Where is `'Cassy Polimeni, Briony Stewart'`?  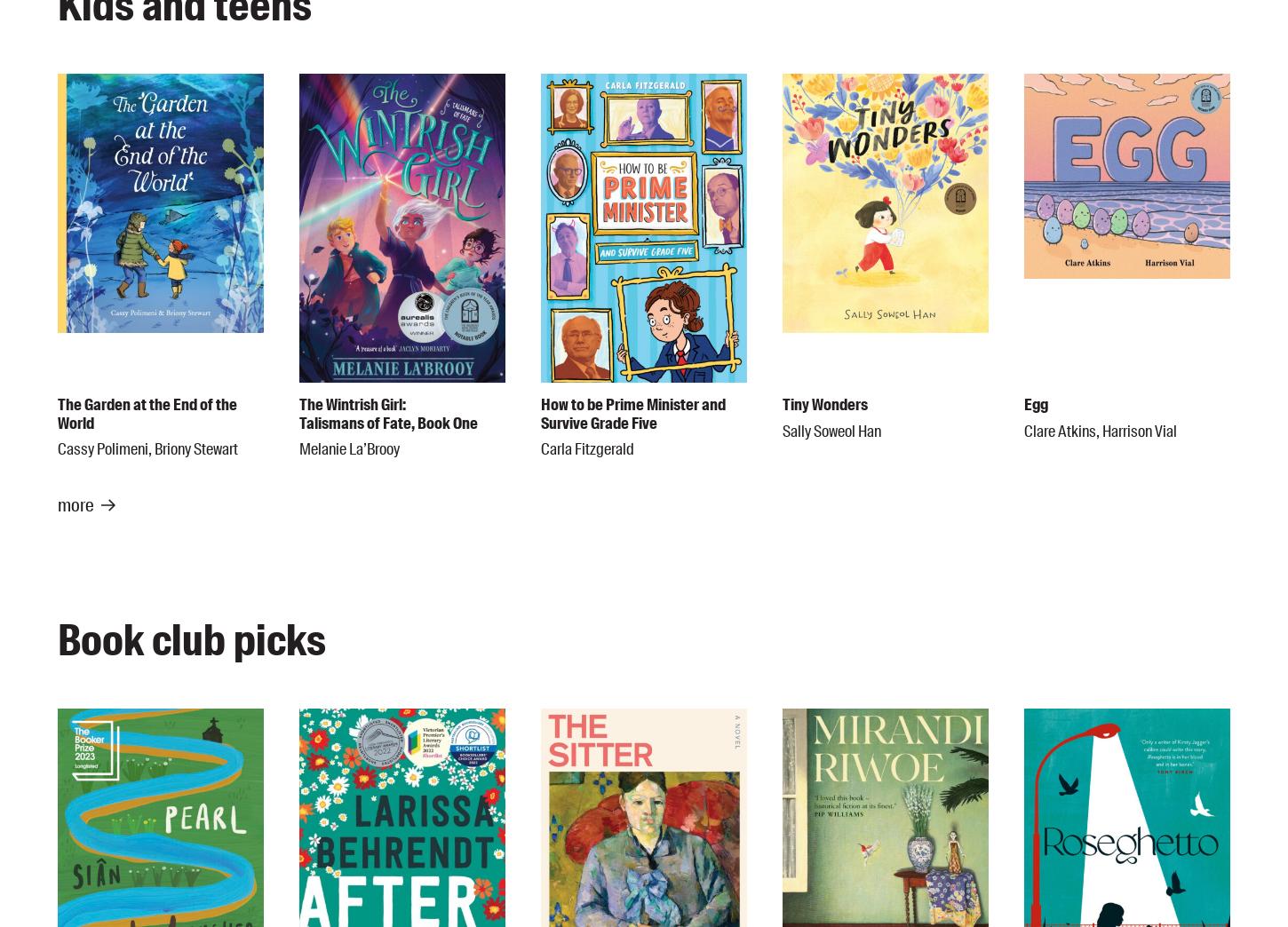 'Cassy Polimeni, Briony Stewart' is located at coordinates (147, 449).